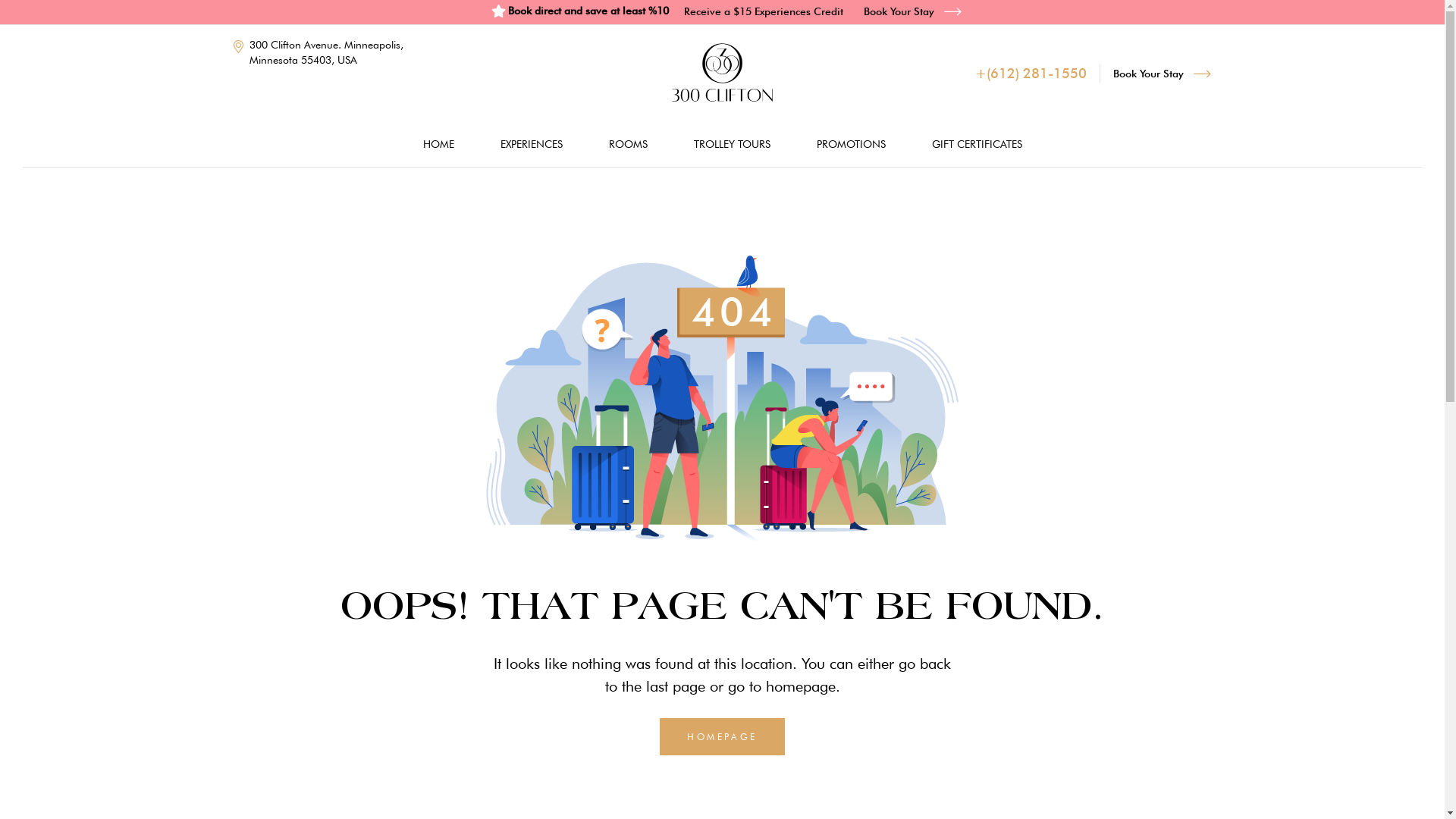 This screenshot has width=1456, height=819. What do you see at coordinates (491, 11) in the screenshot?
I see `'Book direct and save at least %10'` at bounding box center [491, 11].